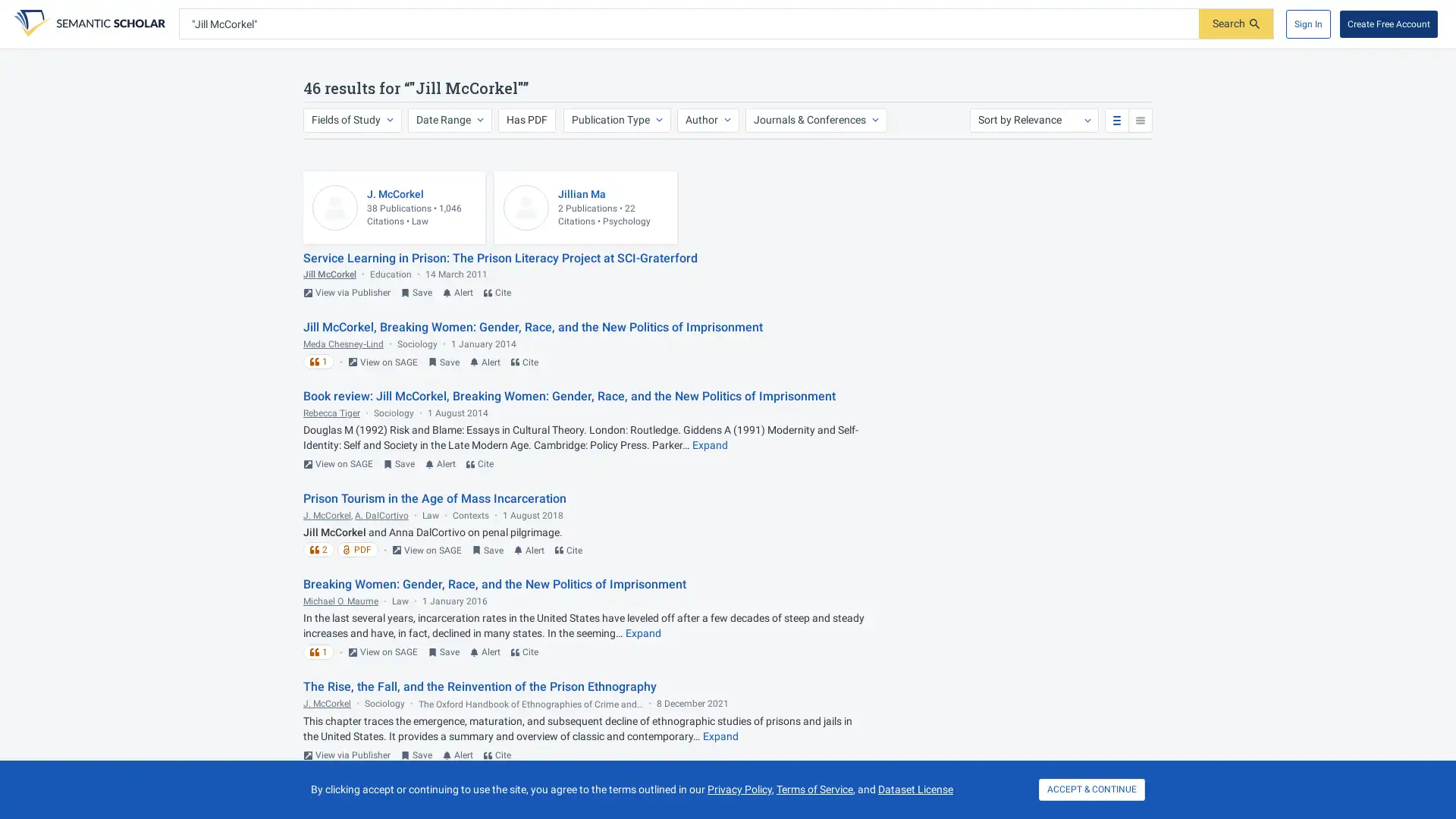  What do you see at coordinates (1307, 24) in the screenshot?
I see `Sign In` at bounding box center [1307, 24].